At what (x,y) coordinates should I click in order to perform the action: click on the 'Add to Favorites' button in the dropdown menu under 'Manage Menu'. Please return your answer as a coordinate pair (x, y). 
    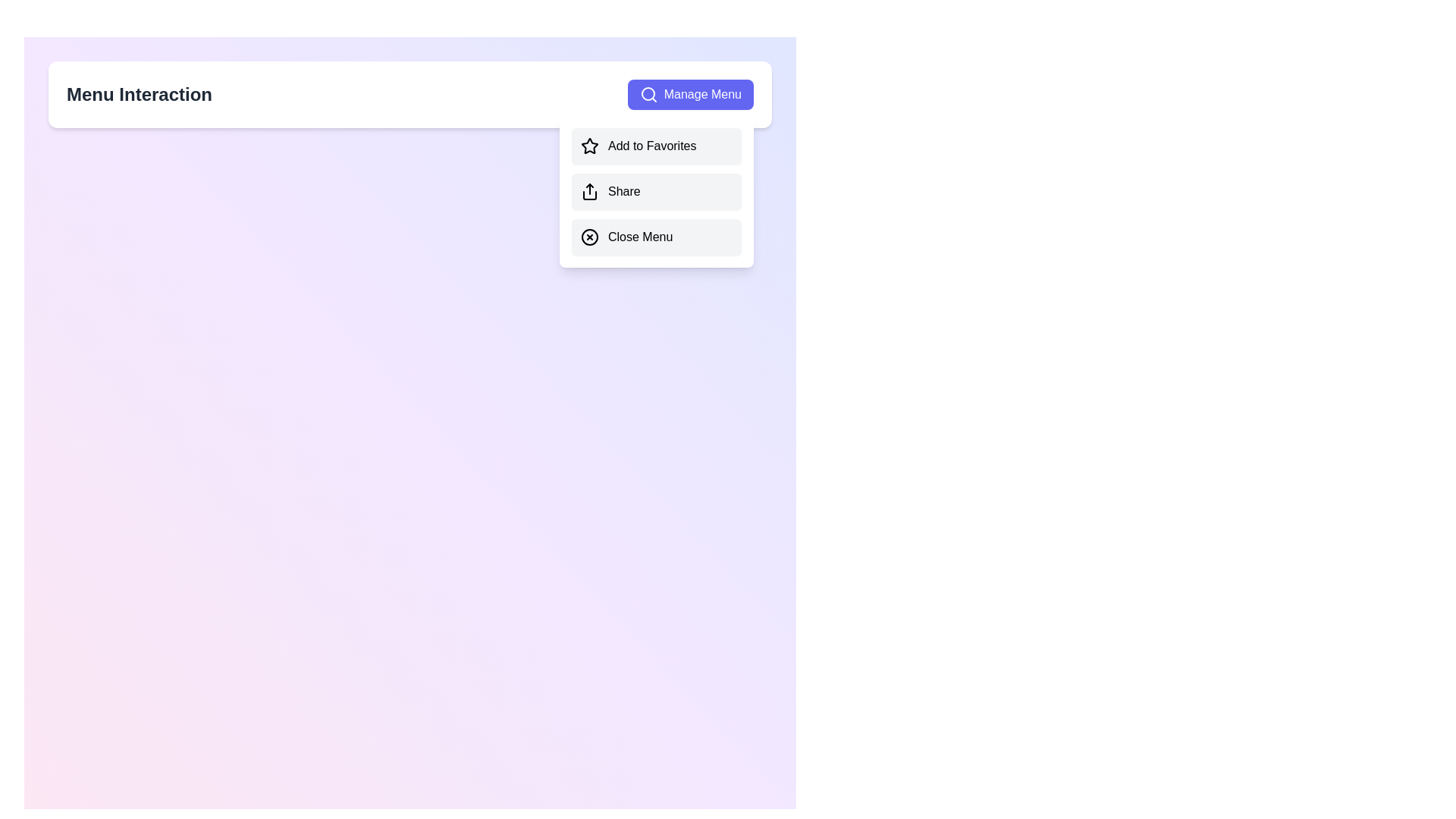
    Looking at the image, I should click on (656, 146).